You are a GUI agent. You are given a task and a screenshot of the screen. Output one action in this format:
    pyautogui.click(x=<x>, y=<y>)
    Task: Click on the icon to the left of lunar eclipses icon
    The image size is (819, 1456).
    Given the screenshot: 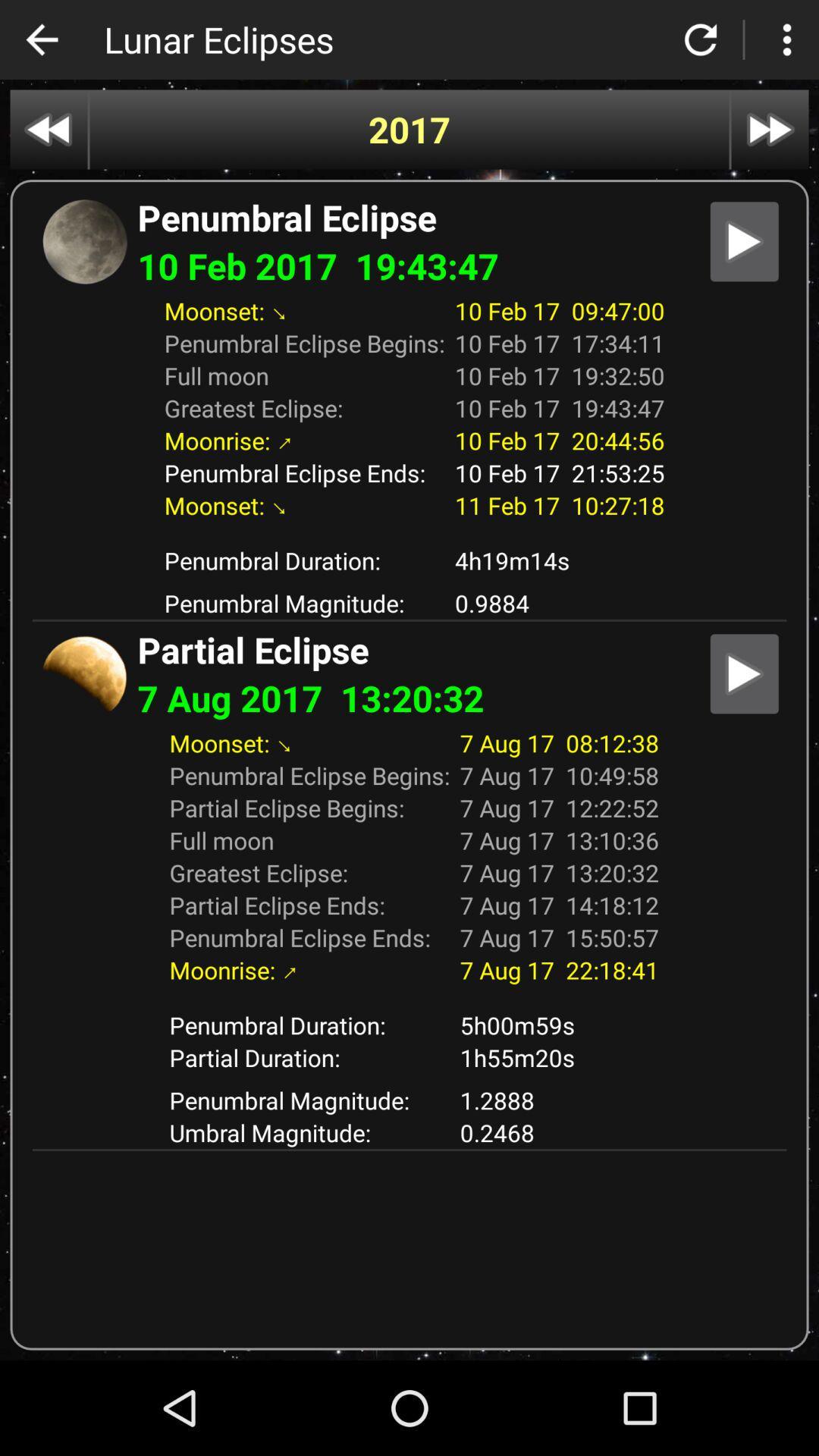 What is the action you would take?
    pyautogui.click(x=41, y=39)
    